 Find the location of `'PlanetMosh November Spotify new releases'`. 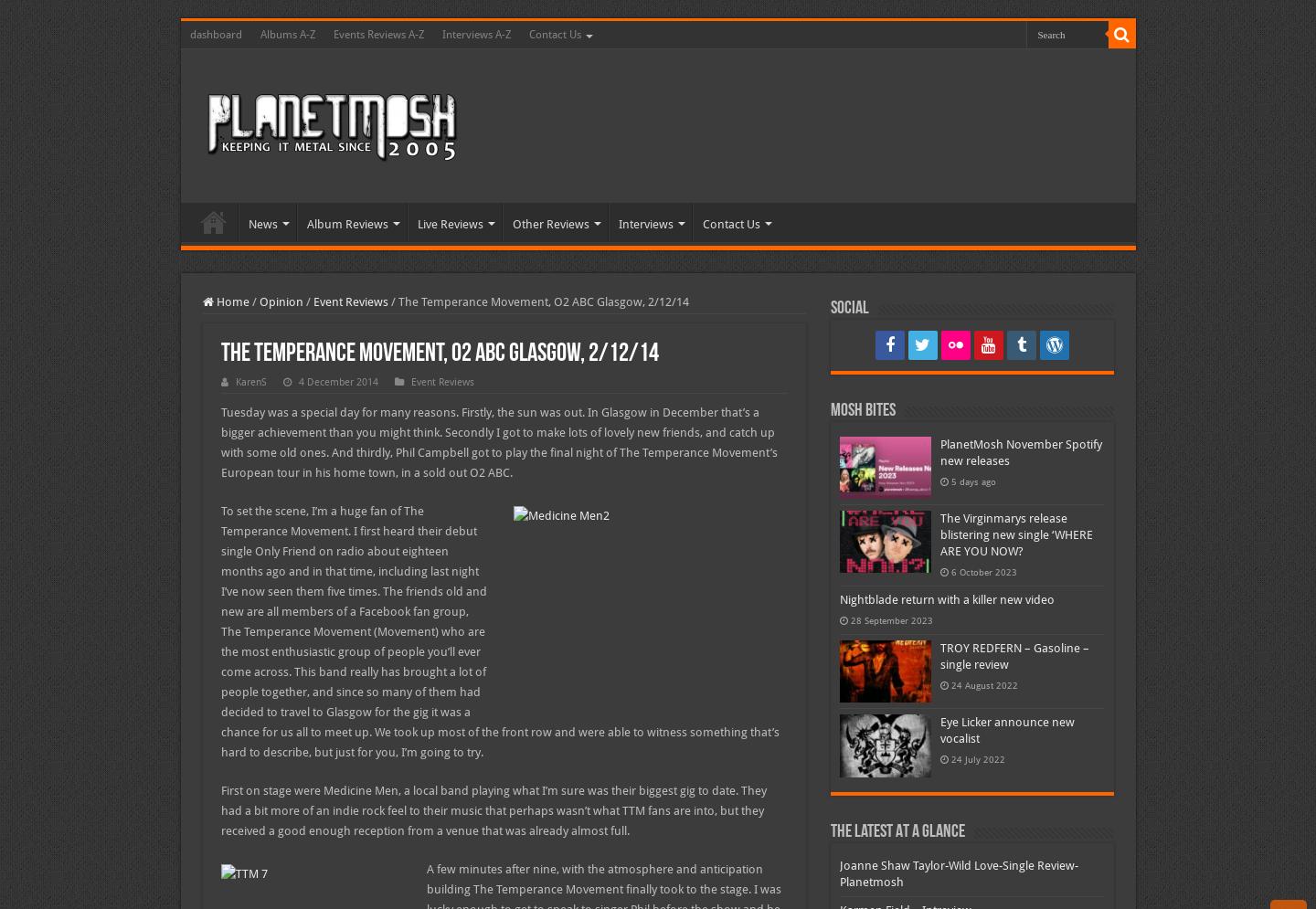

'PlanetMosh November Spotify new releases' is located at coordinates (1019, 452).